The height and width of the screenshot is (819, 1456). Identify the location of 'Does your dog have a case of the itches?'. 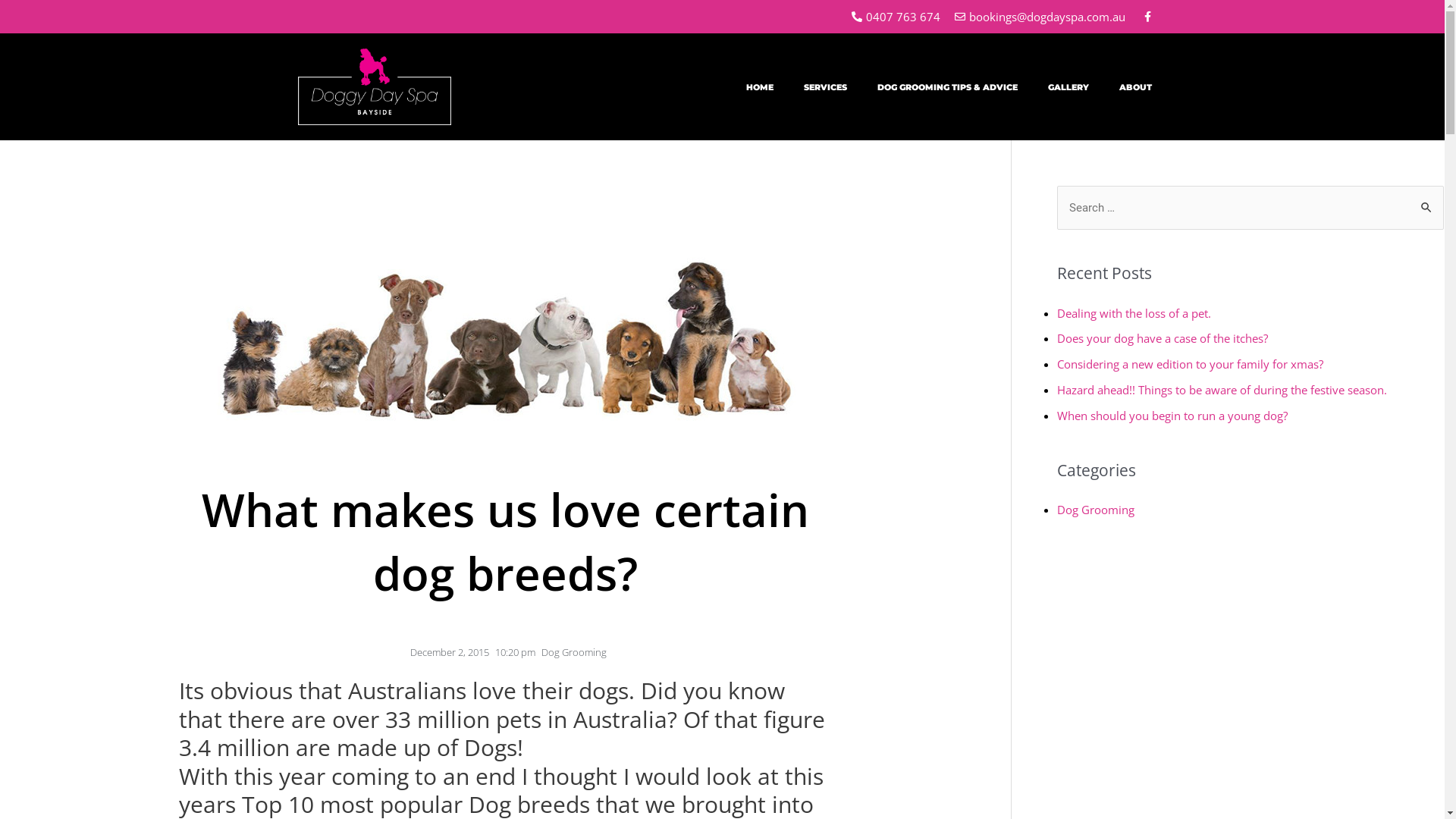
(1056, 337).